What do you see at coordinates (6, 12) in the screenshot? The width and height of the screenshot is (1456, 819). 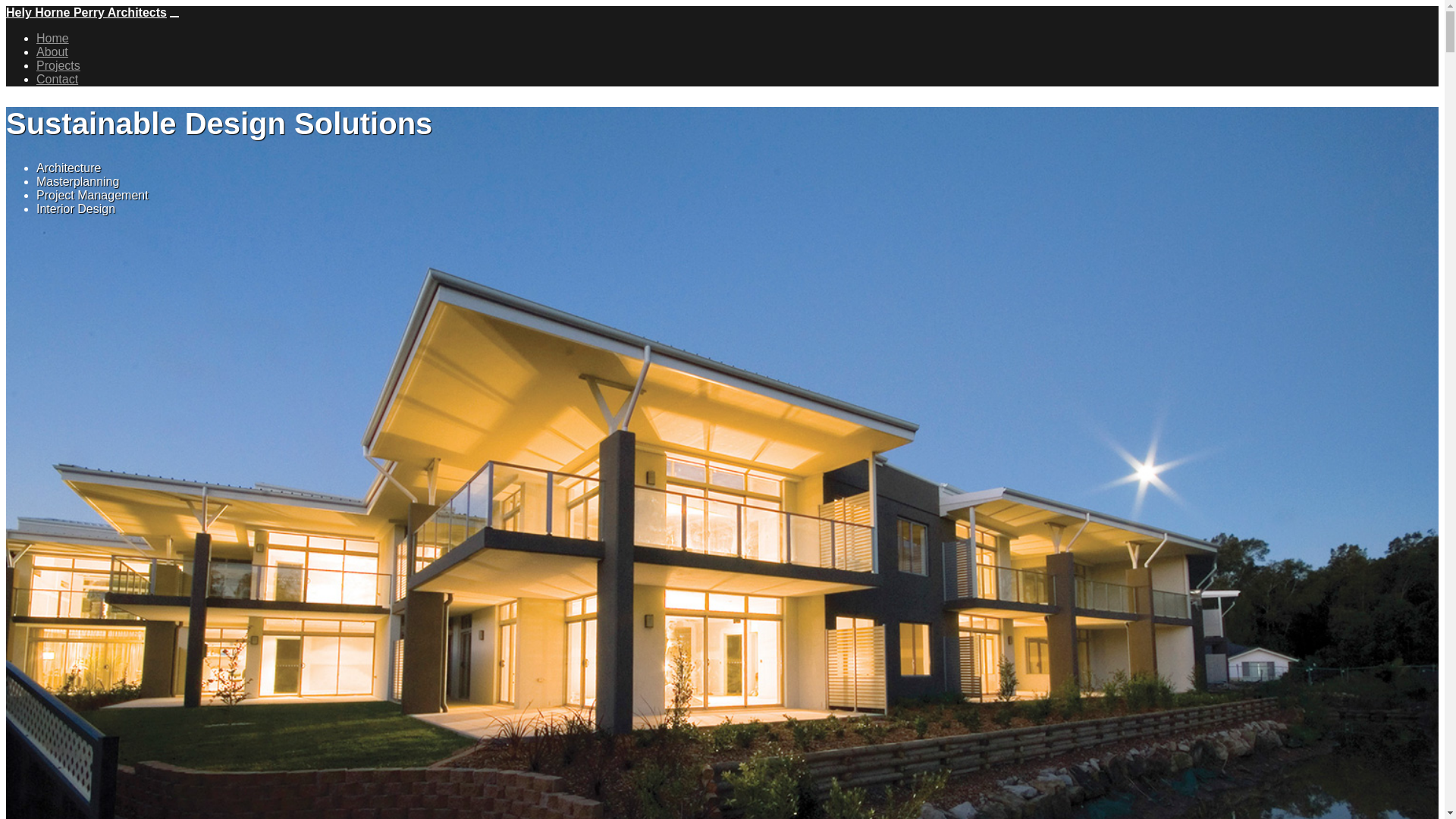 I see `'Hely Horne Perry Architects'` at bounding box center [6, 12].